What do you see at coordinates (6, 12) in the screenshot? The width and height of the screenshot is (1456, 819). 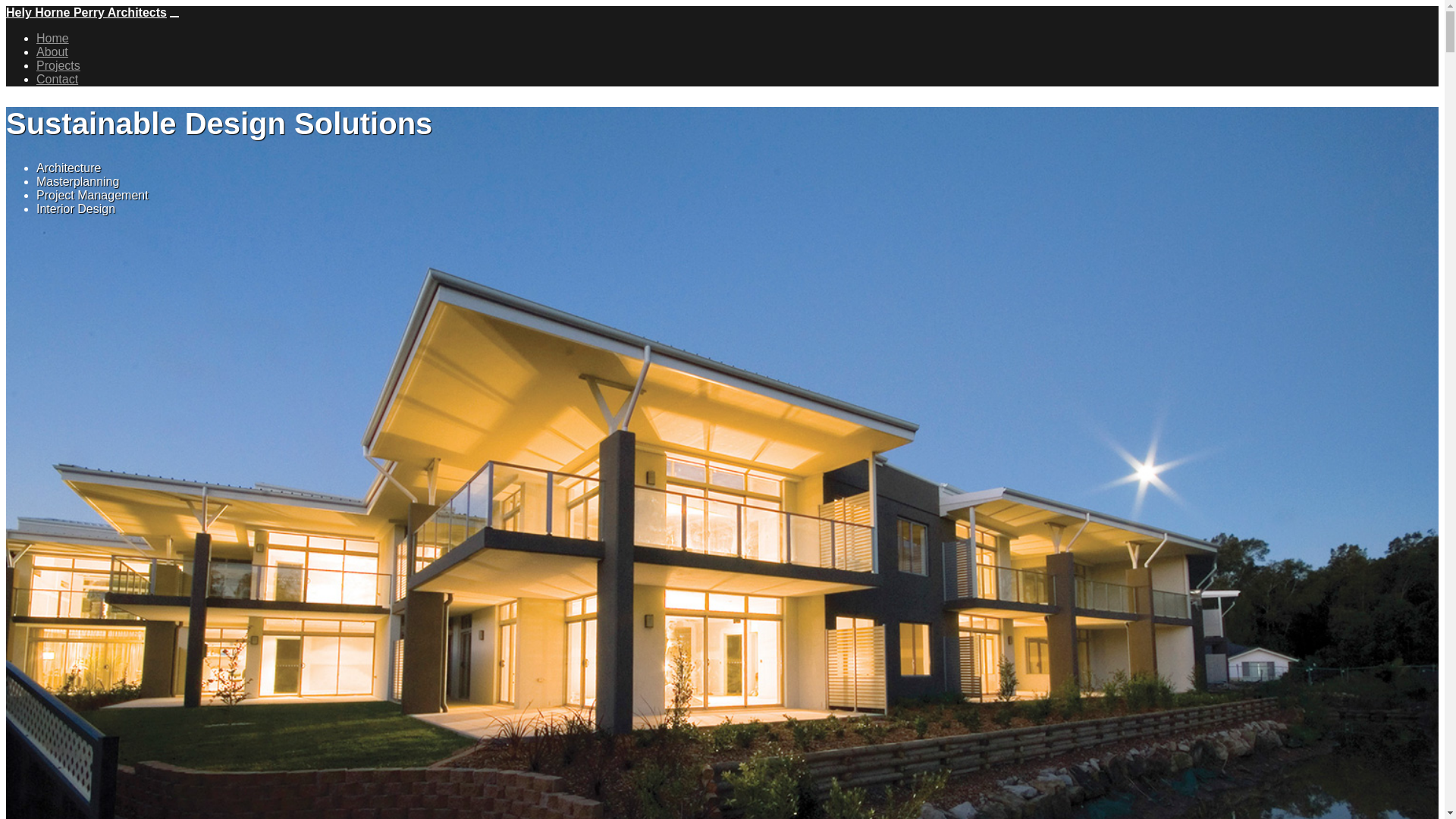 I see `'Hely Horne Perry Architects'` at bounding box center [6, 12].